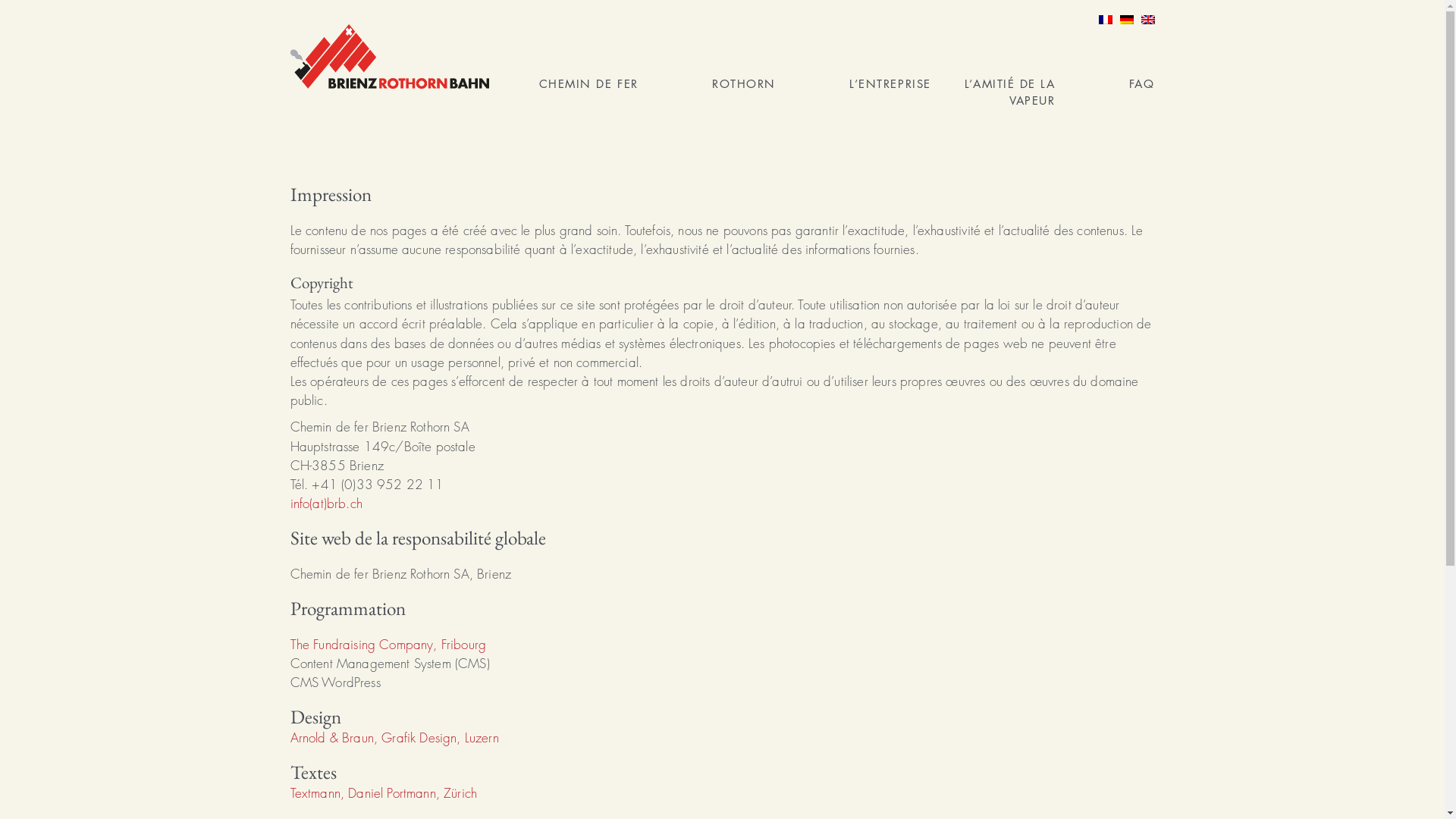 Image resolution: width=1456 pixels, height=819 pixels. I want to click on 'info(at)brb.ch', so click(325, 503).